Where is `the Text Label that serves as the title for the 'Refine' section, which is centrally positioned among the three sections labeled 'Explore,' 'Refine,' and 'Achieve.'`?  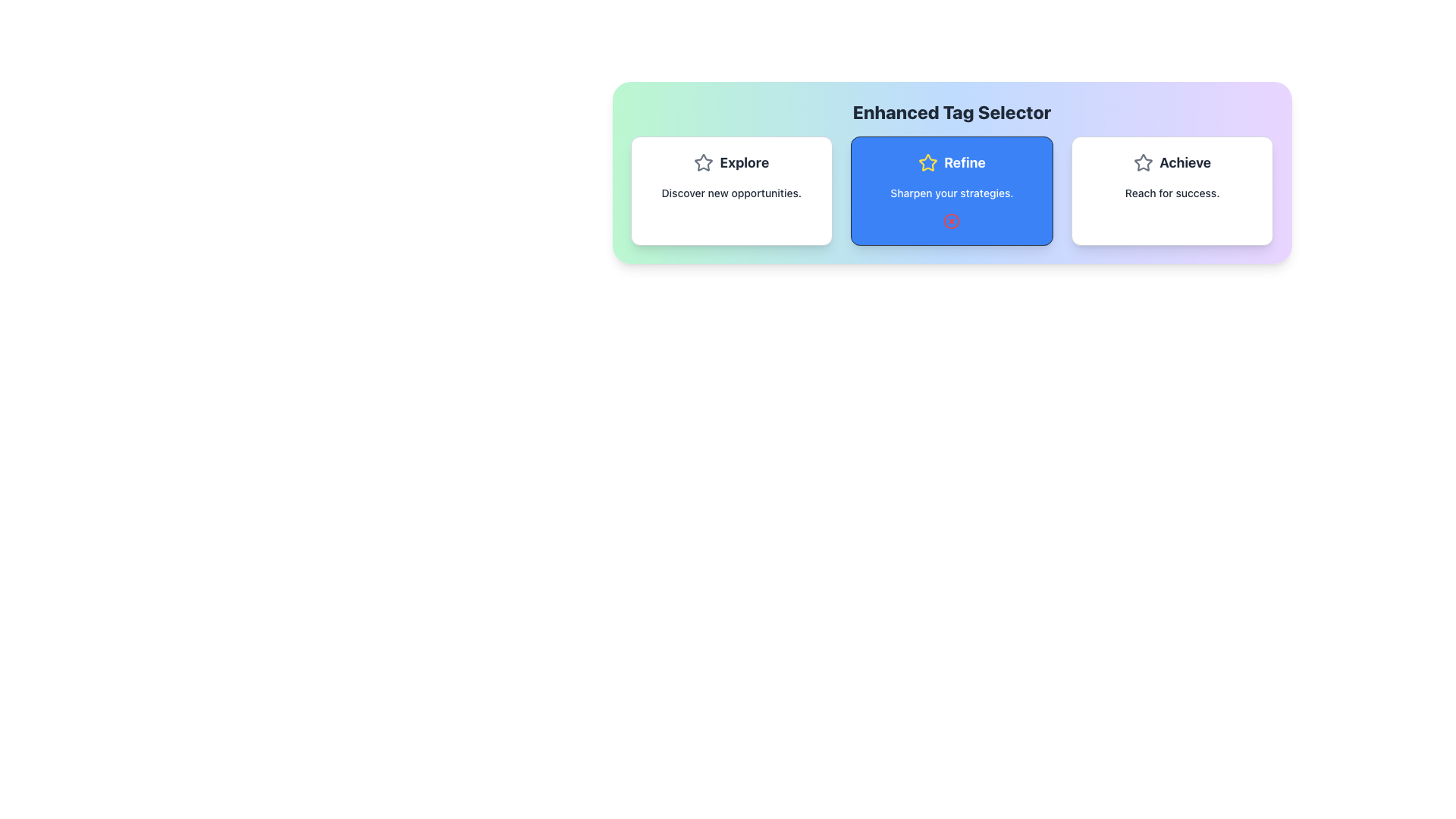 the Text Label that serves as the title for the 'Refine' section, which is centrally positioned among the three sections labeled 'Explore,' 'Refine,' and 'Achieve.' is located at coordinates (951, 163).